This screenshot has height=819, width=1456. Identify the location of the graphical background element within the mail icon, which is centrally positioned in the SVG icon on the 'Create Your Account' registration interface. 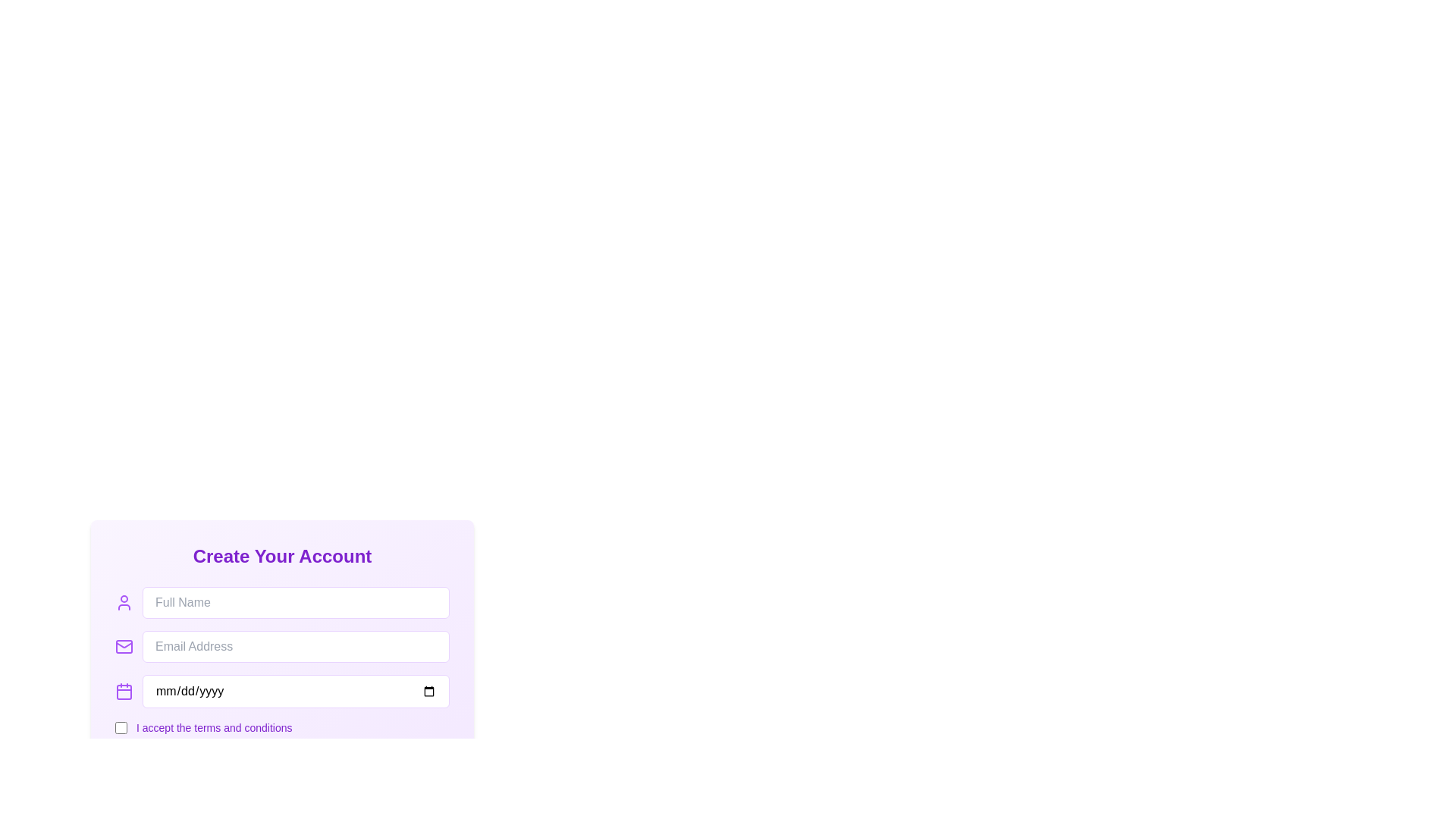
(124, 646).